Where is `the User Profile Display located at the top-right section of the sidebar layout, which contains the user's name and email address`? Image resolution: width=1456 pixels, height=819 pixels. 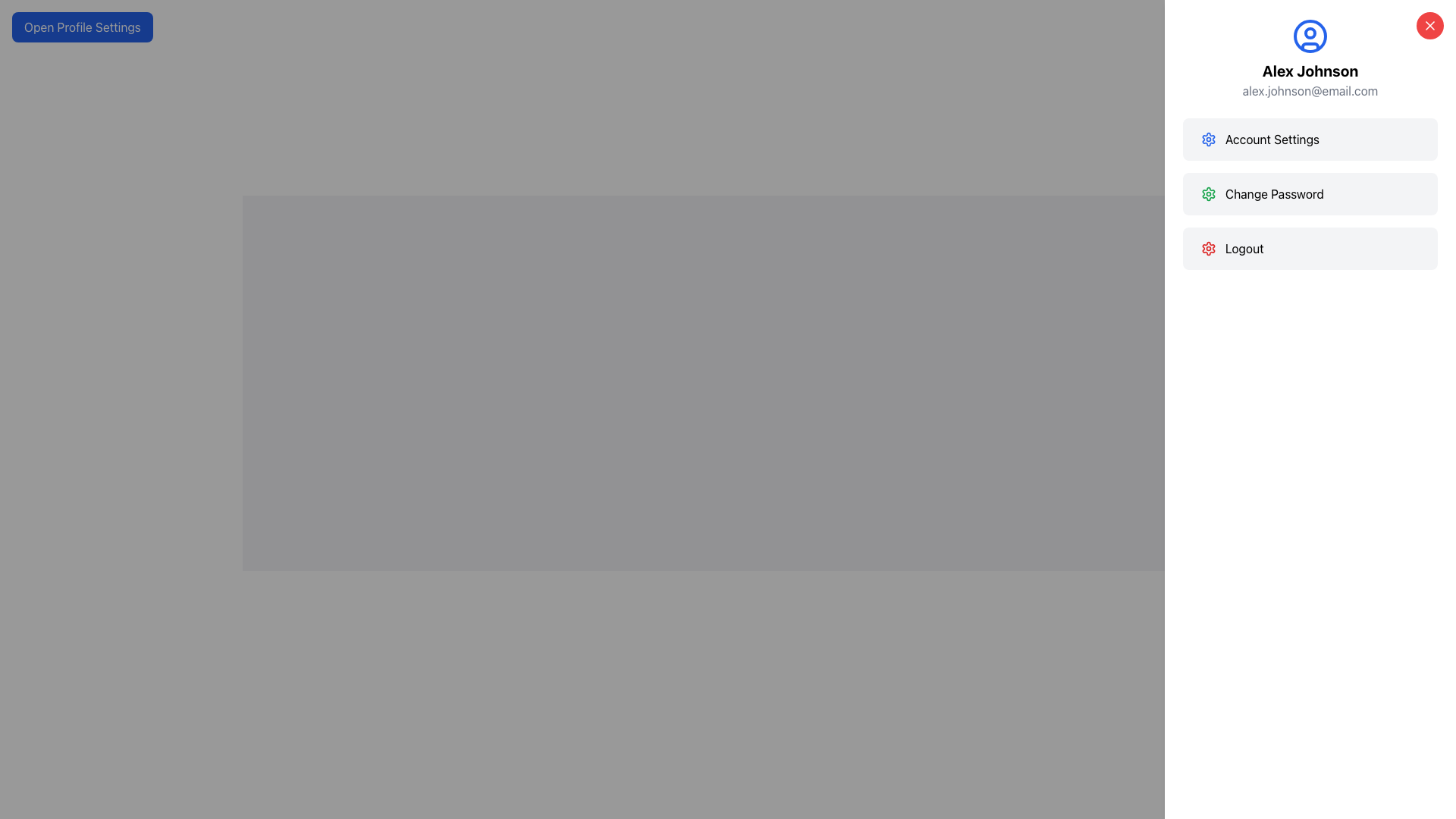 the User Profile Display located at the top-right section of the sidebar layout, which contains the user's name and email address is located at coordinates (1310, 58).